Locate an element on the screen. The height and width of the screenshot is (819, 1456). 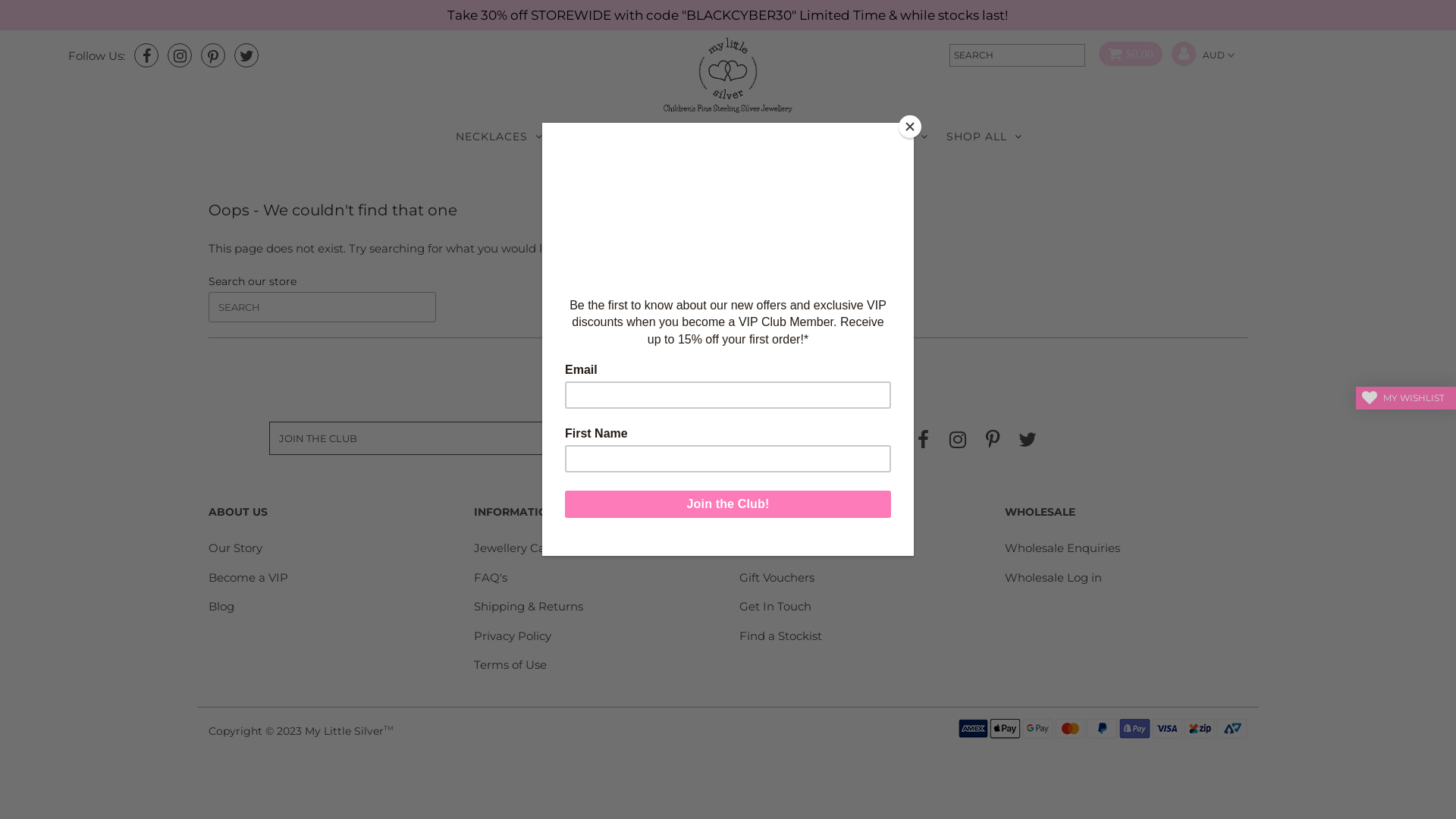
'PENDANTS' is located at coordinates (887, 136).